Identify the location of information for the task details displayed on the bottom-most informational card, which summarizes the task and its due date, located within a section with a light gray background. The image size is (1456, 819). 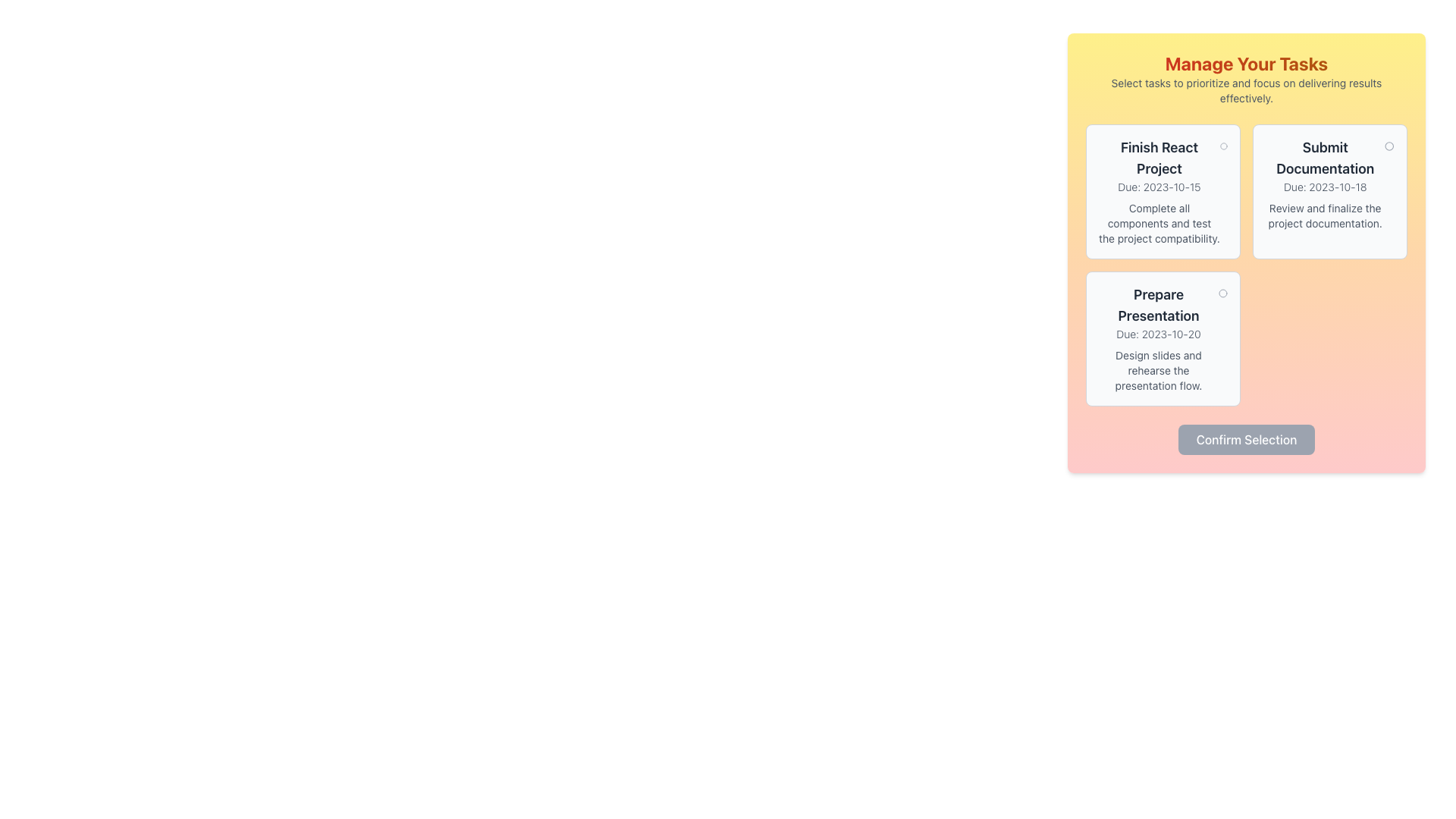
(1157, 338).